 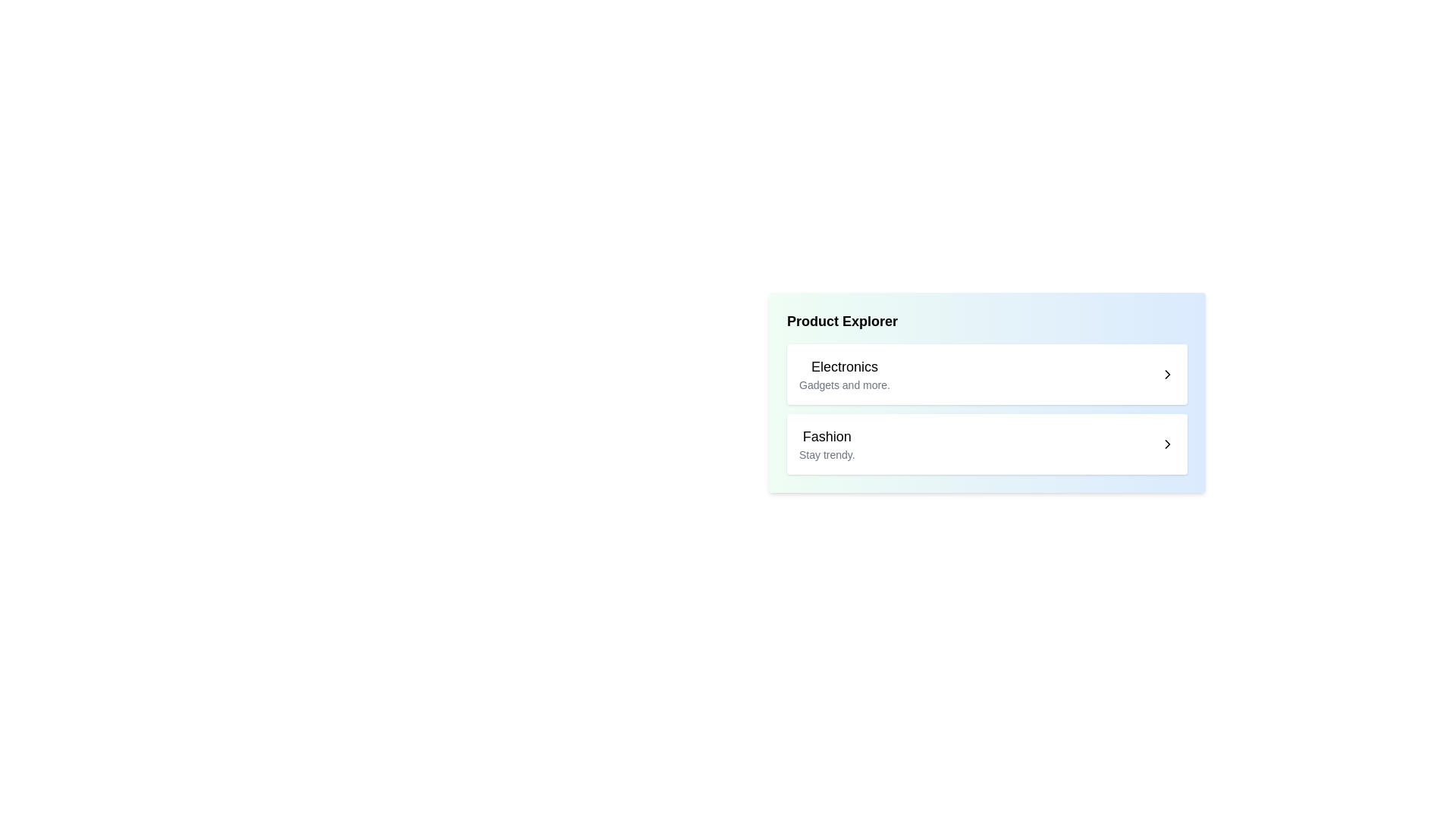 What do you see at coordinates (987, 374) in the screenshot?
I see `the 'Electronics' menu option, which is the first item in a vertically stacked list` at bounding box center [987, 374].